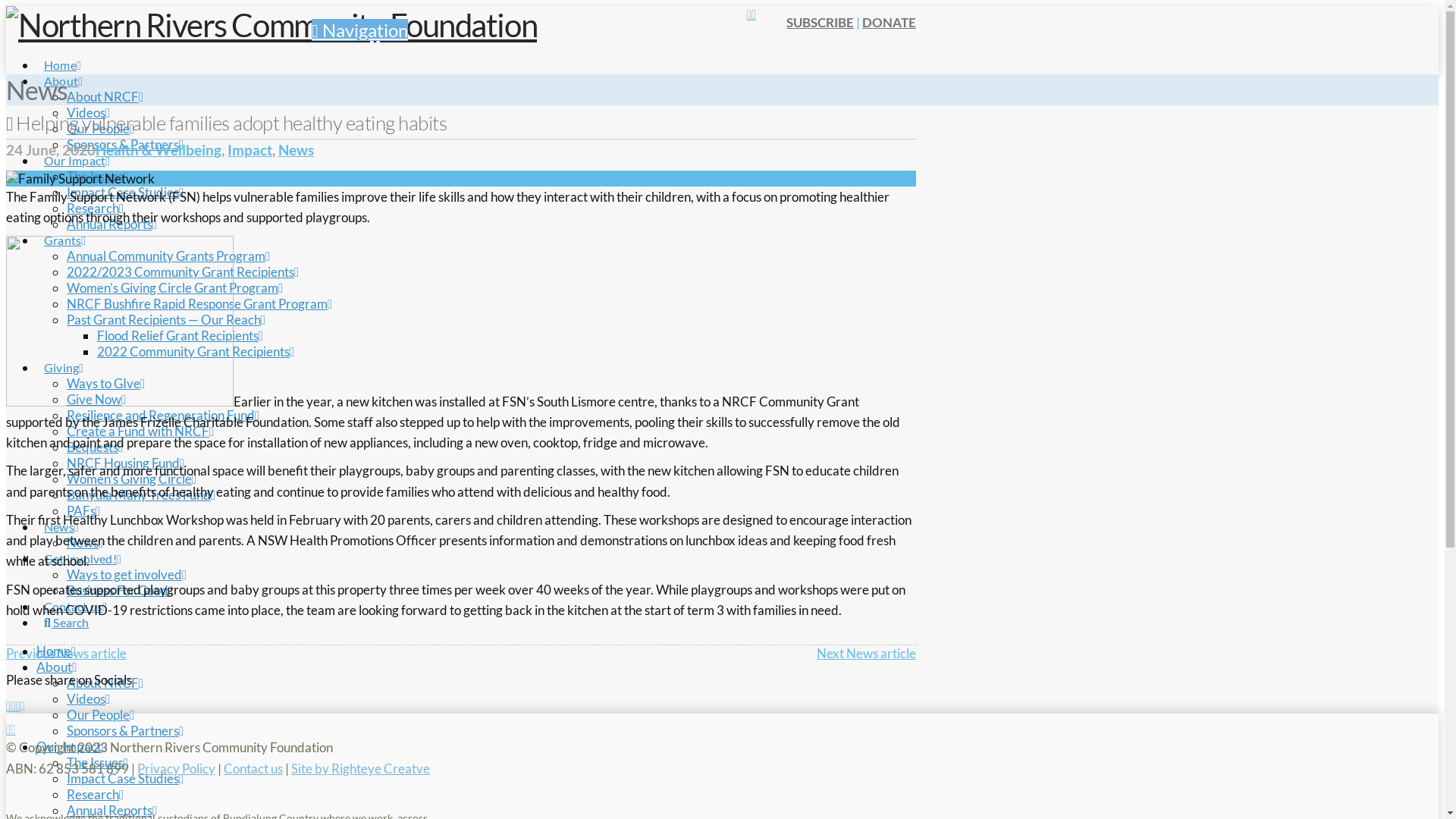 The height and width of the screenshot is (819, 1456). What do you see at coordinates (8, 728) in the screenshot?
I see `'Facebook'` at bounding box center [8, 728].